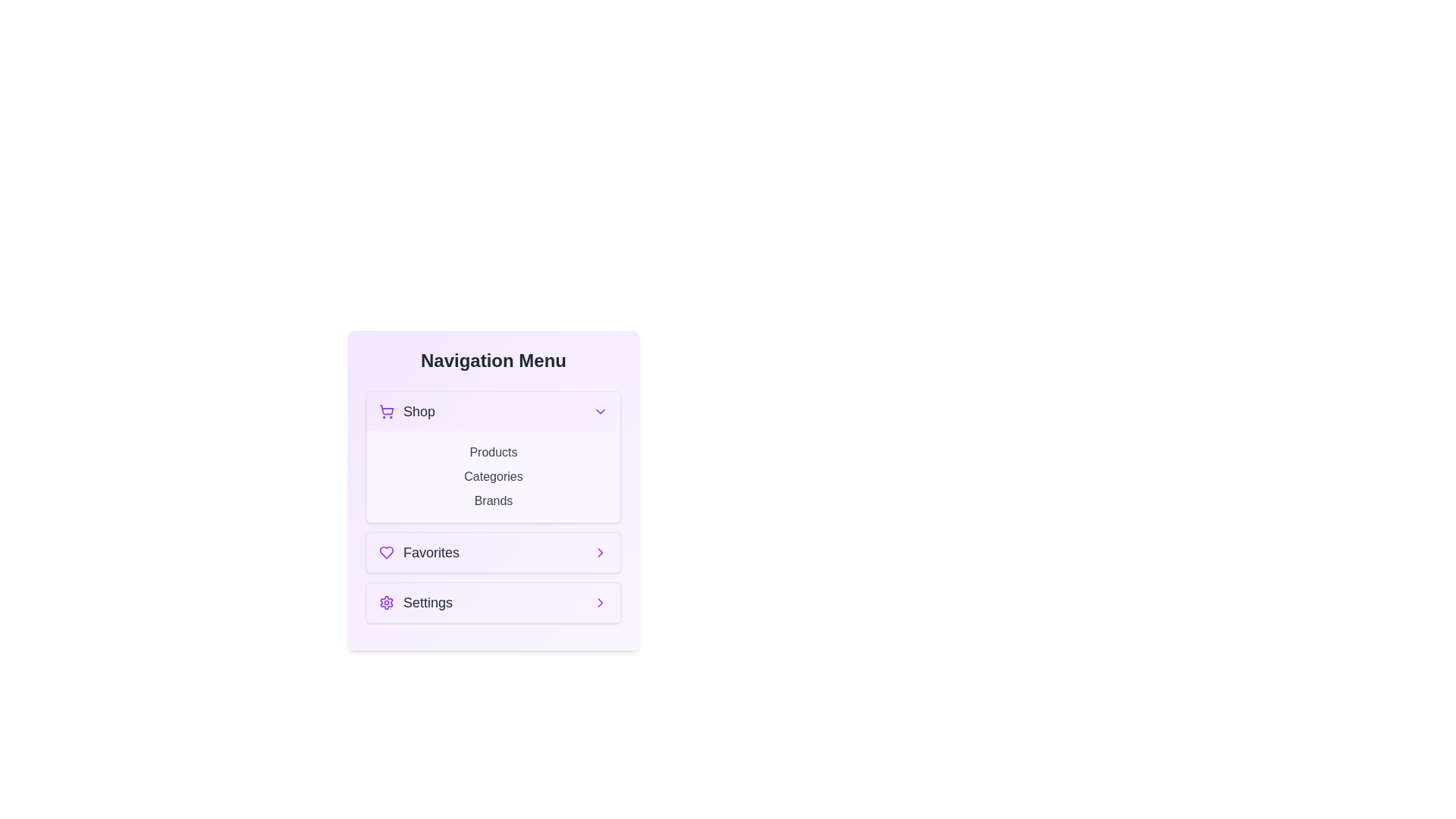 The height and width of the screenshot is (819, 1456). Describe the element at coordinates (416, 601) in the screenshot. I see `the Navigation Item located in the third row of the menu, which follows 'Shop' and 'Favorites'` at that location.